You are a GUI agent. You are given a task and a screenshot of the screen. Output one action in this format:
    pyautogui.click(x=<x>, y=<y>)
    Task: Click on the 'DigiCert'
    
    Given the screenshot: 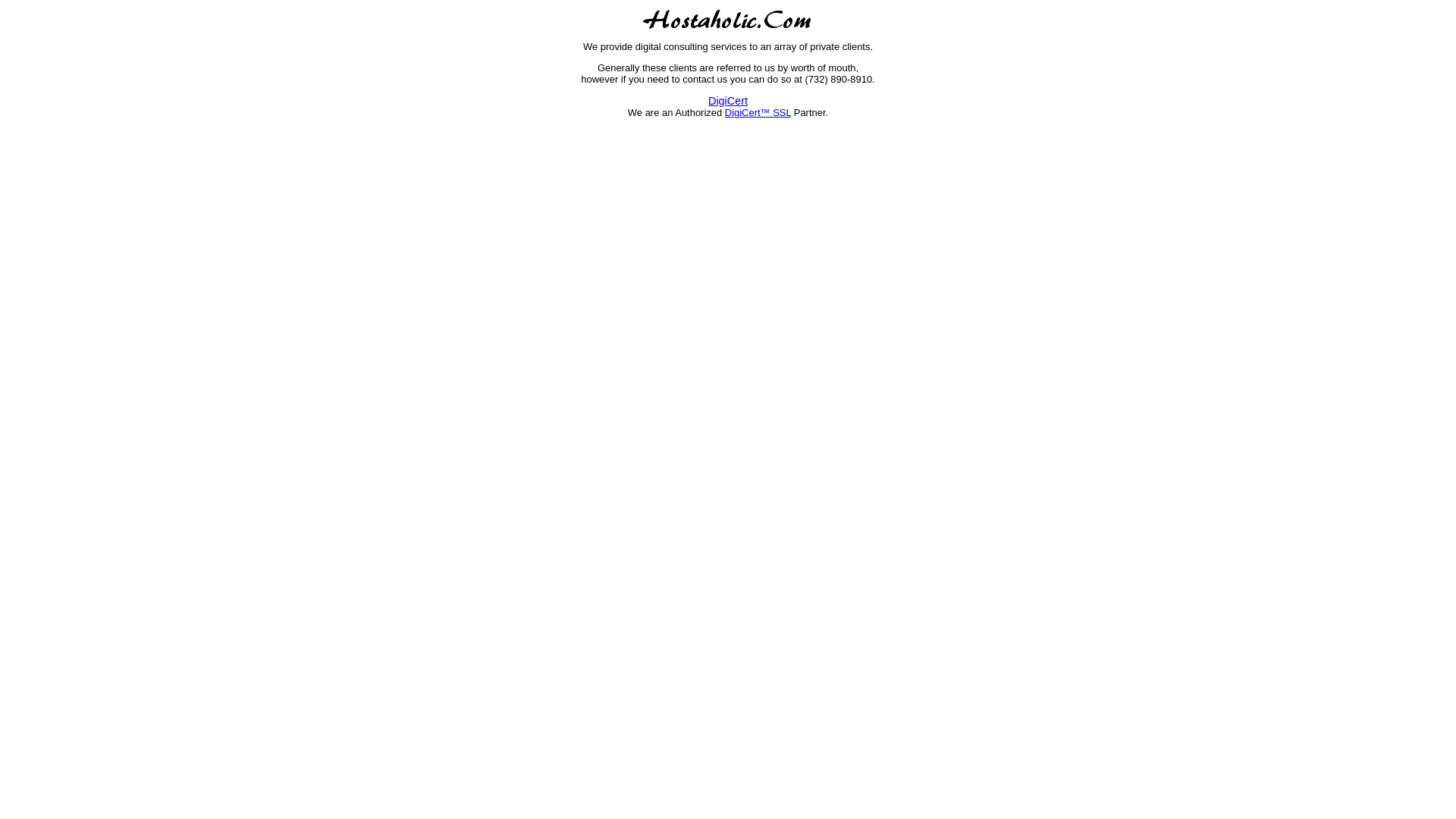 What is the action you would take?
    pyautogui.click(x=728, y=100)
    